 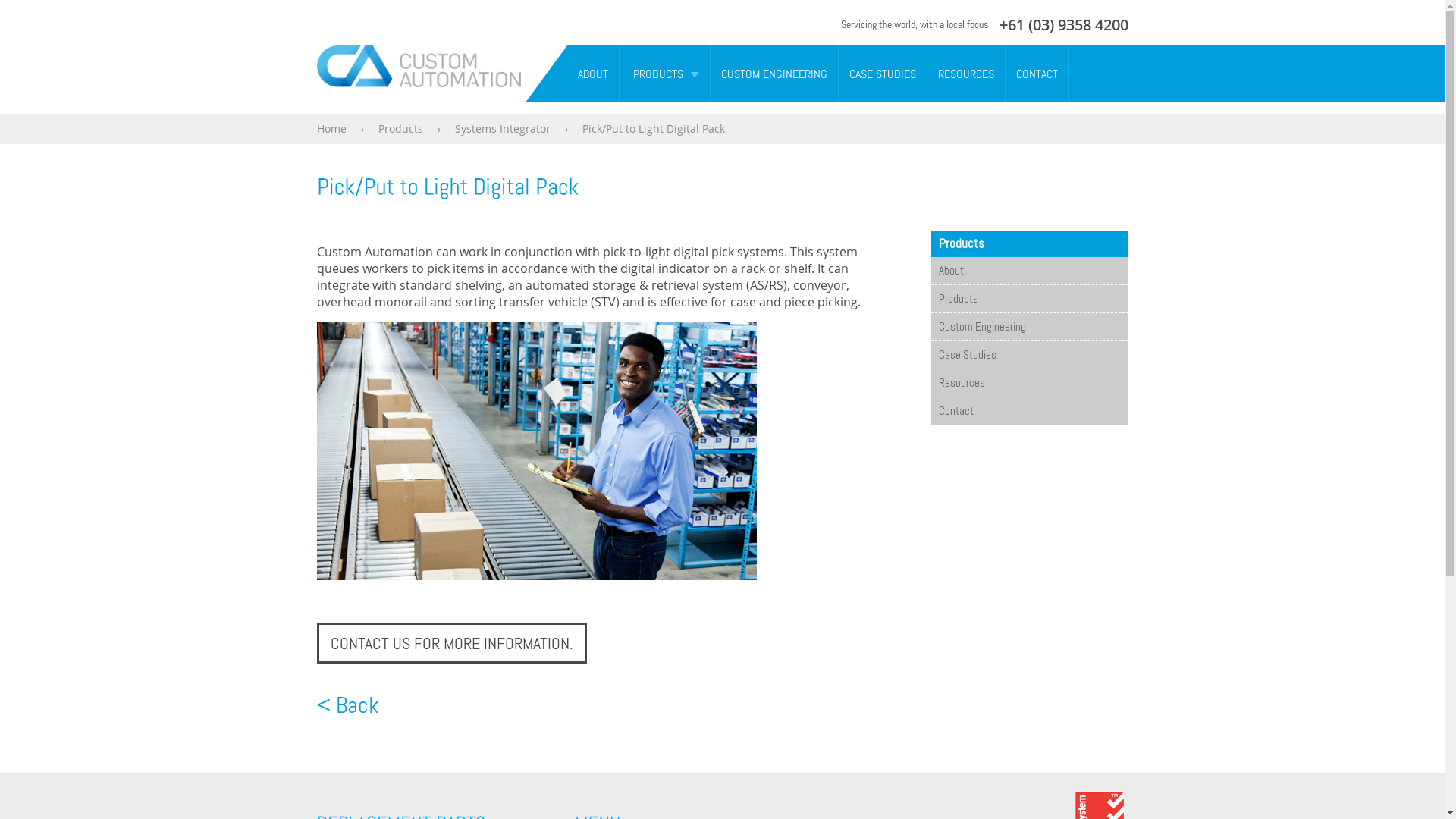 I want to click on '+61 (03) 9358 4200', so click(x=999, y=24).